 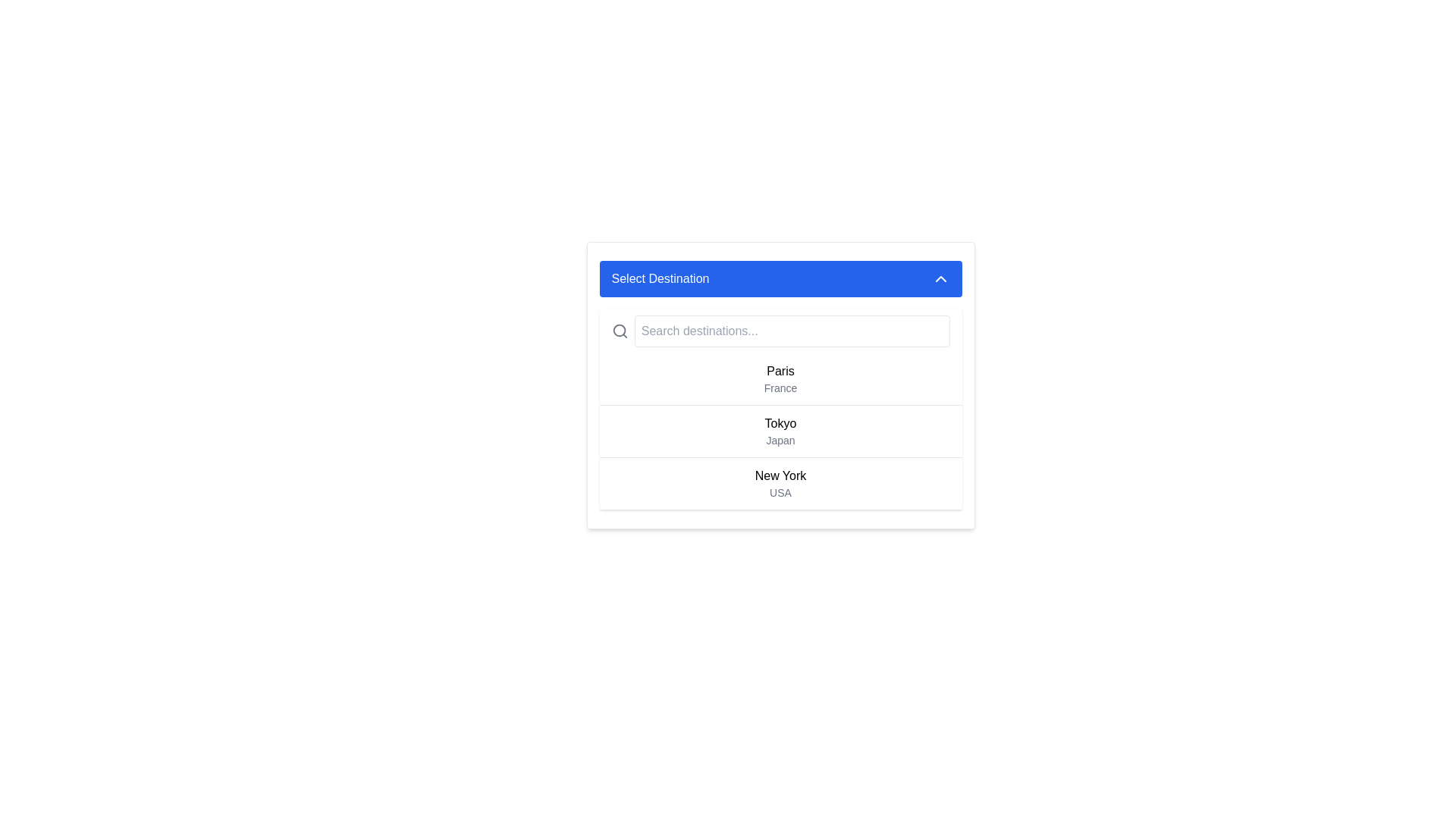 What do you see at coordinates (780, 484) in the screenshot?
I see `the third selectable option in the list labeled 'Select Destination' to choose 'New York'` at bounding box center [780, 484].